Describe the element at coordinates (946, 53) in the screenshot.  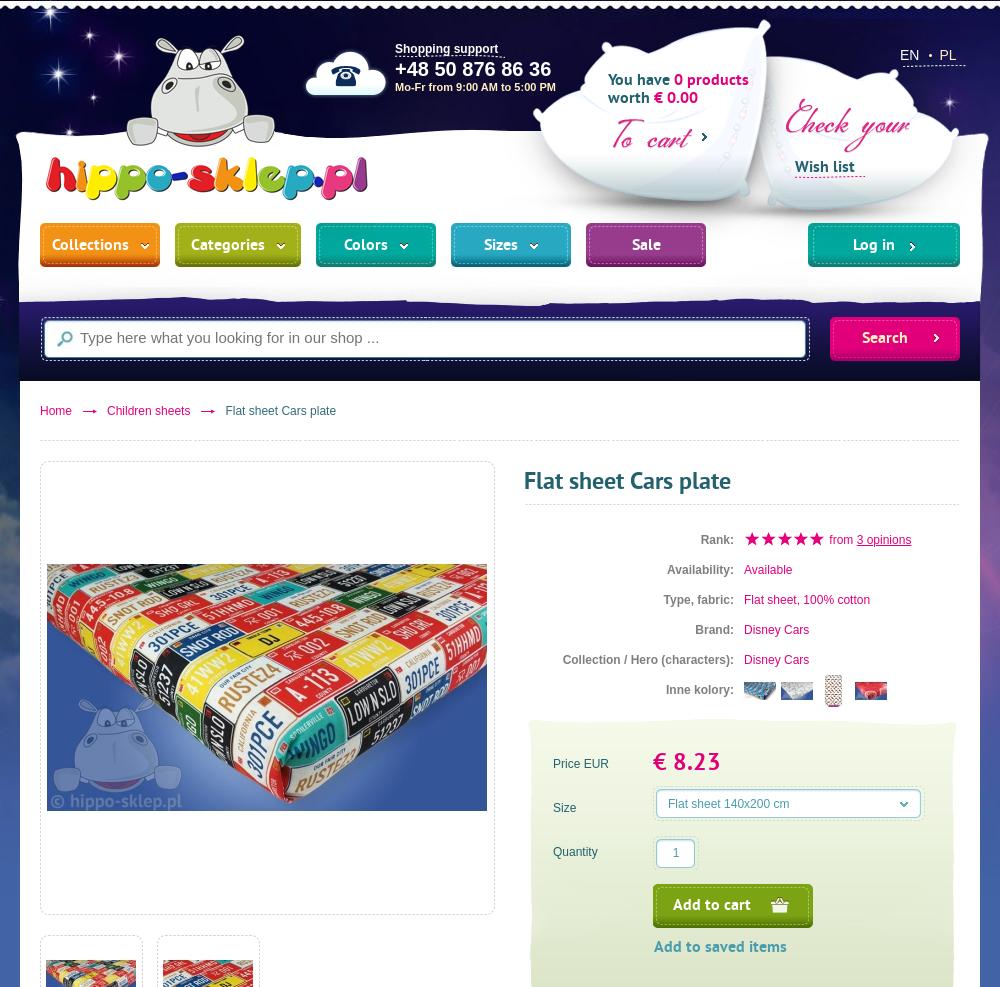
I see `'pl'` at that location.